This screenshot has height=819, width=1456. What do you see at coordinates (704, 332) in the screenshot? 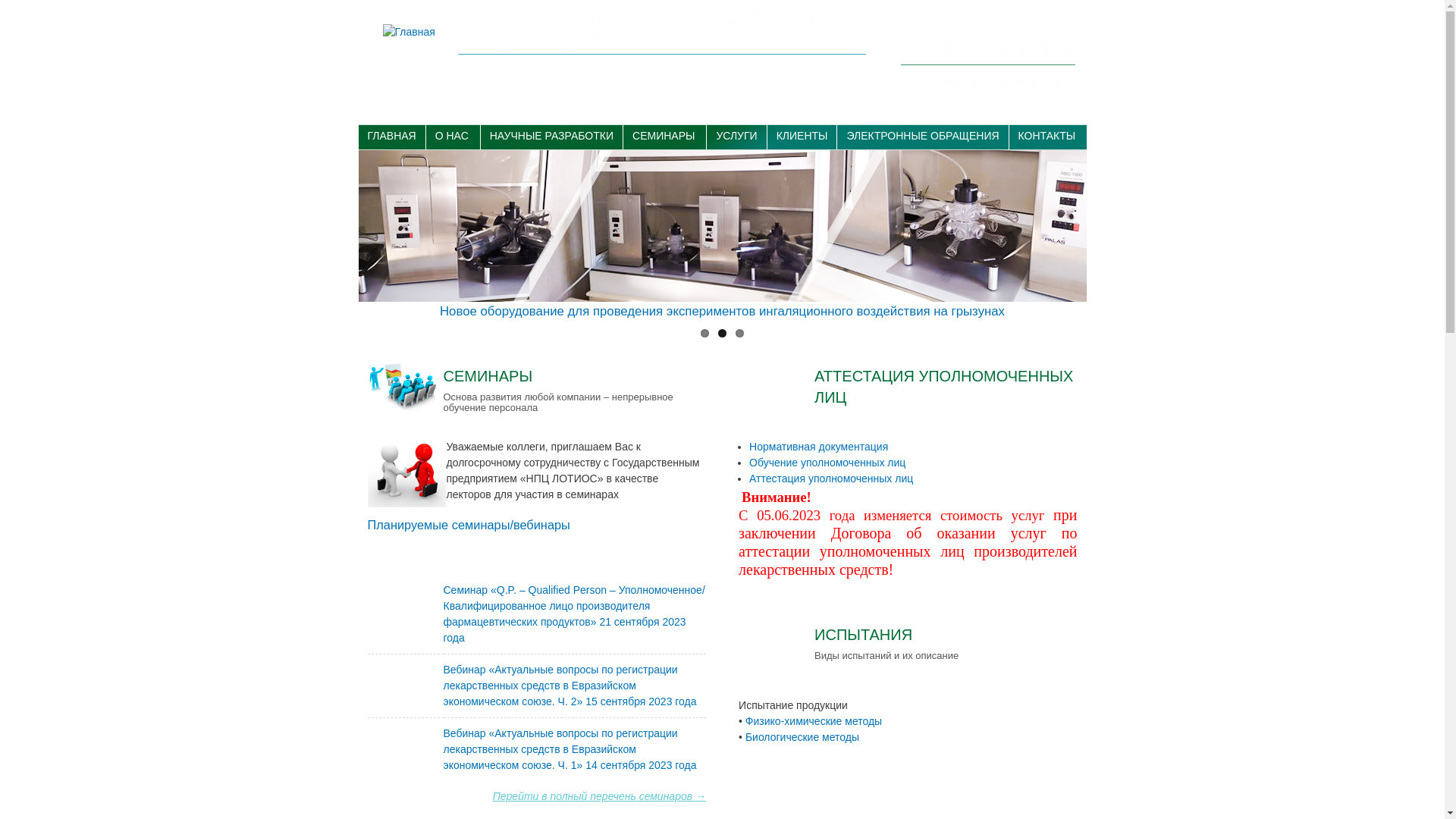
I see `'1'` at bounding box center [704, 332].